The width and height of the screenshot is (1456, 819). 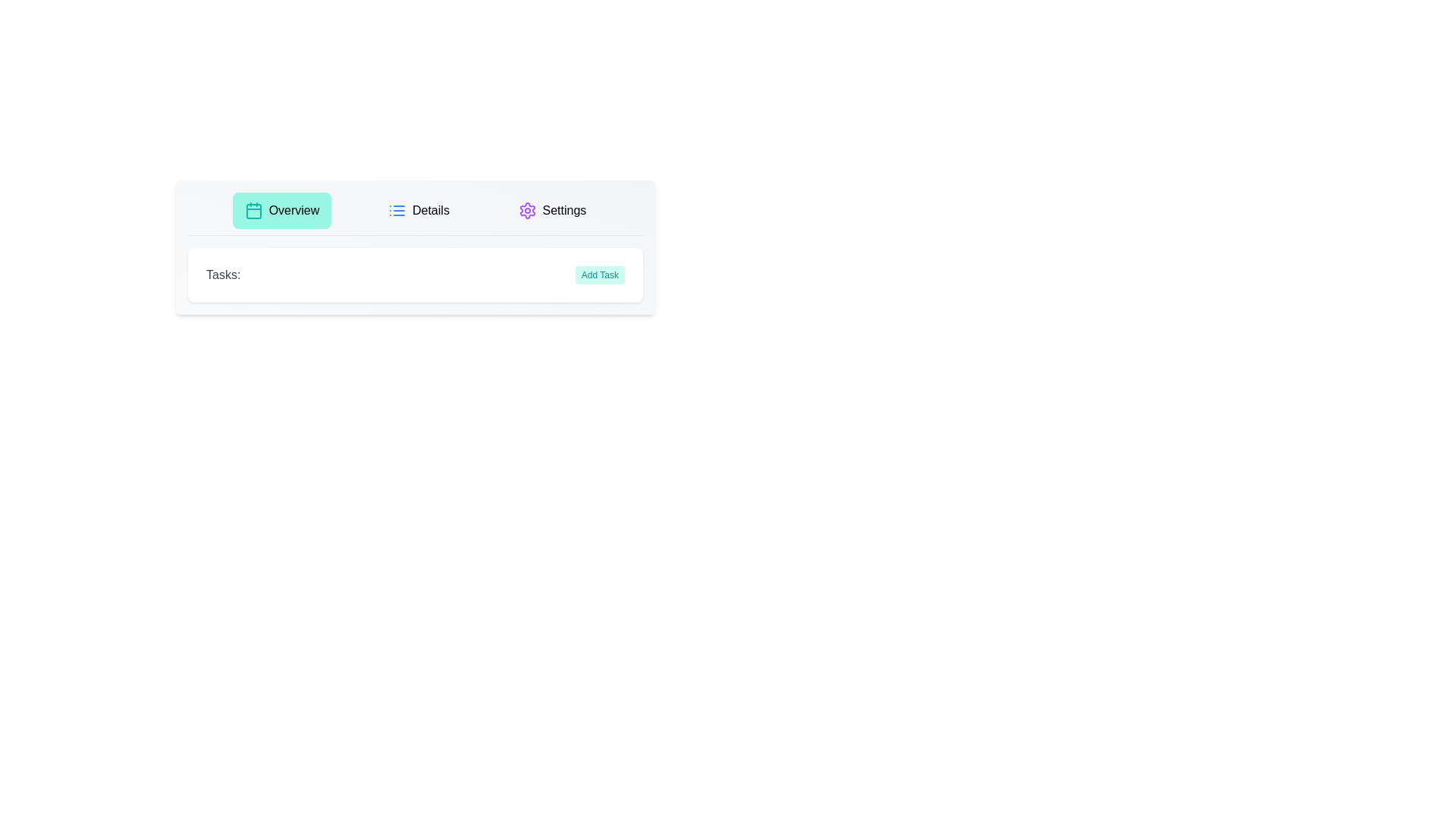 What do you see at coordinates (419, 210) in the screenshot?
I see `the Details tab` at bounding box center [419, 210].